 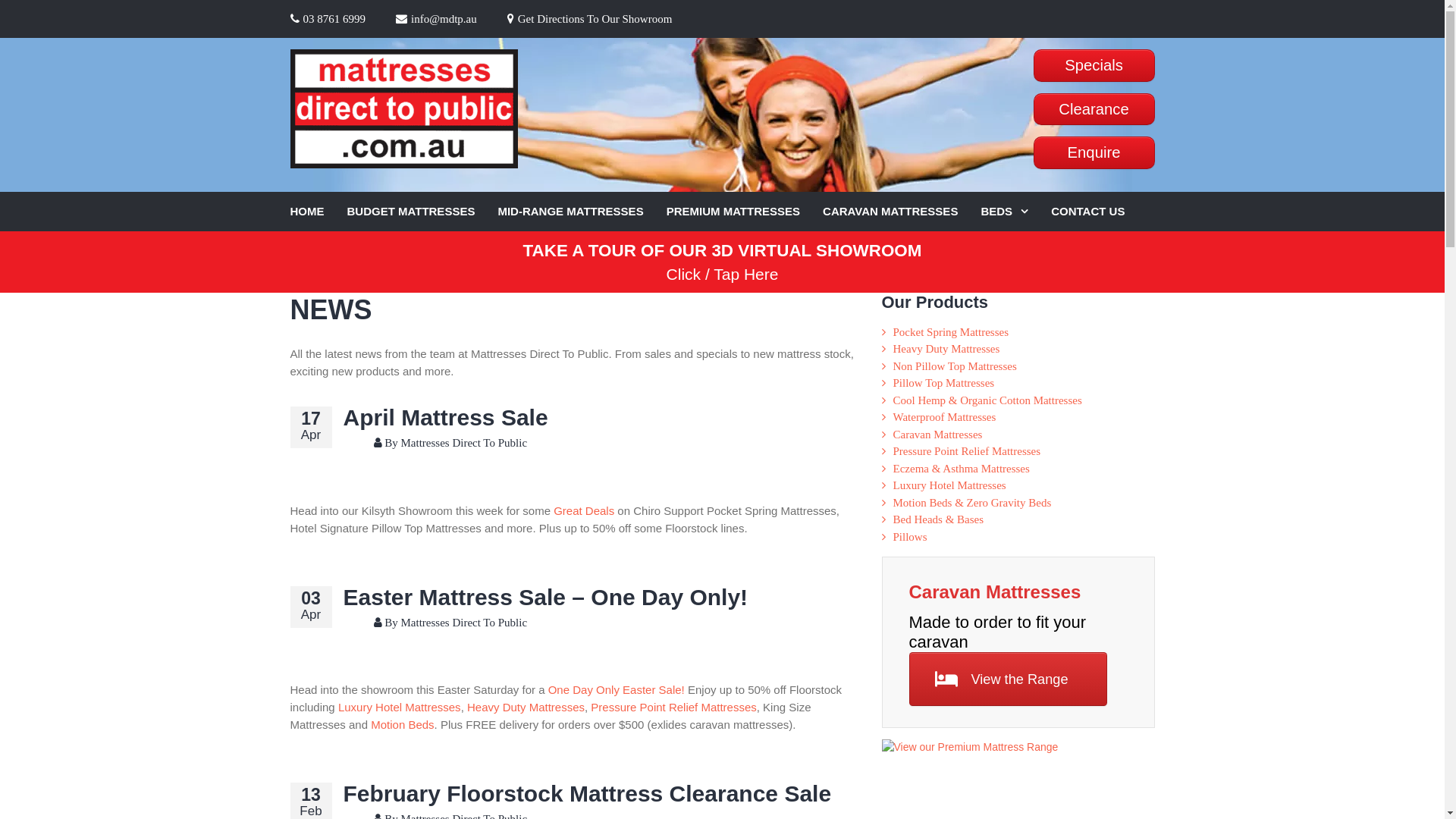 I want to click on 'Clearance', so click(x=1093, y=108).